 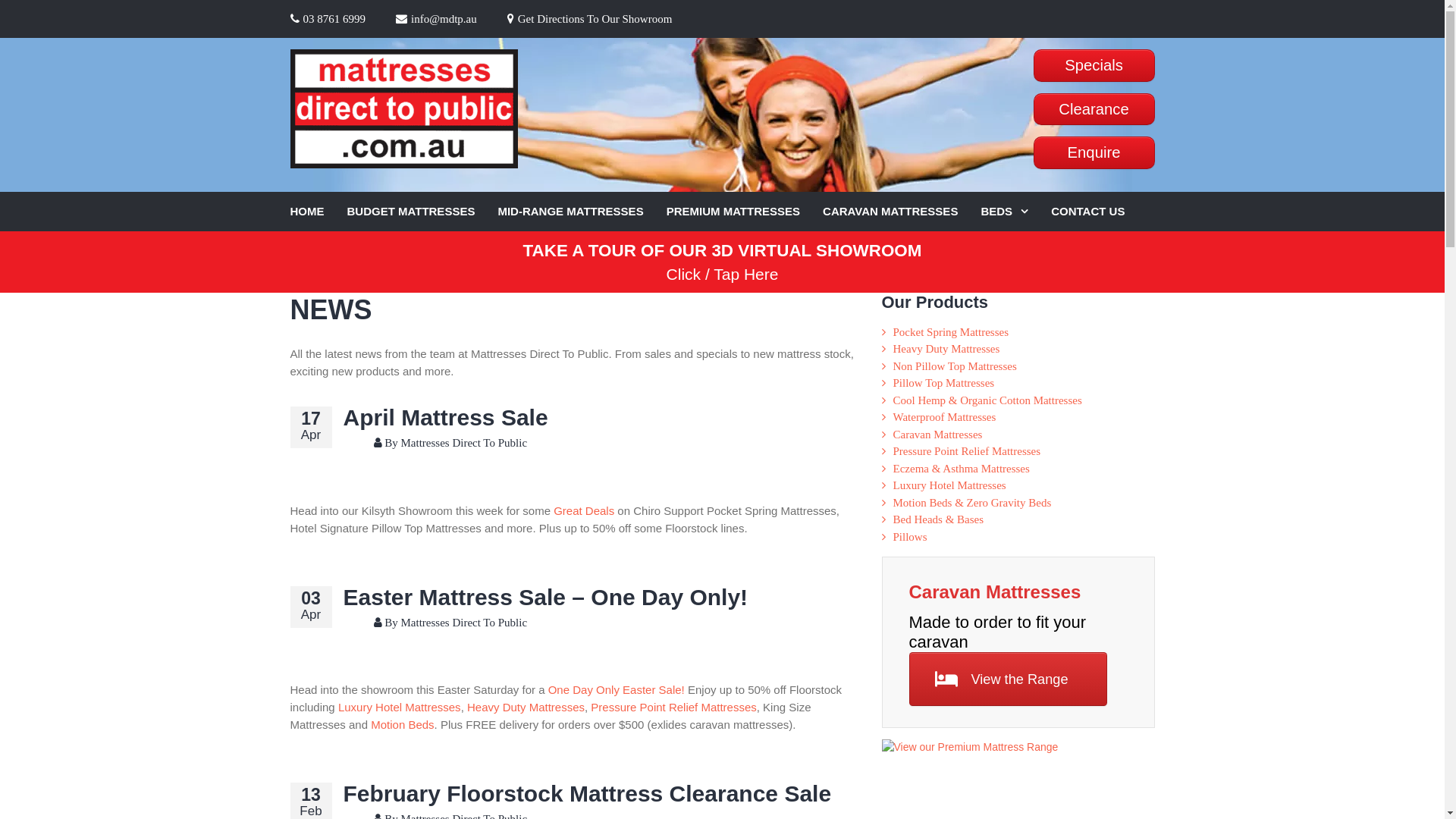 I want to click on 'Clearance', so click(x=1093, y=108).